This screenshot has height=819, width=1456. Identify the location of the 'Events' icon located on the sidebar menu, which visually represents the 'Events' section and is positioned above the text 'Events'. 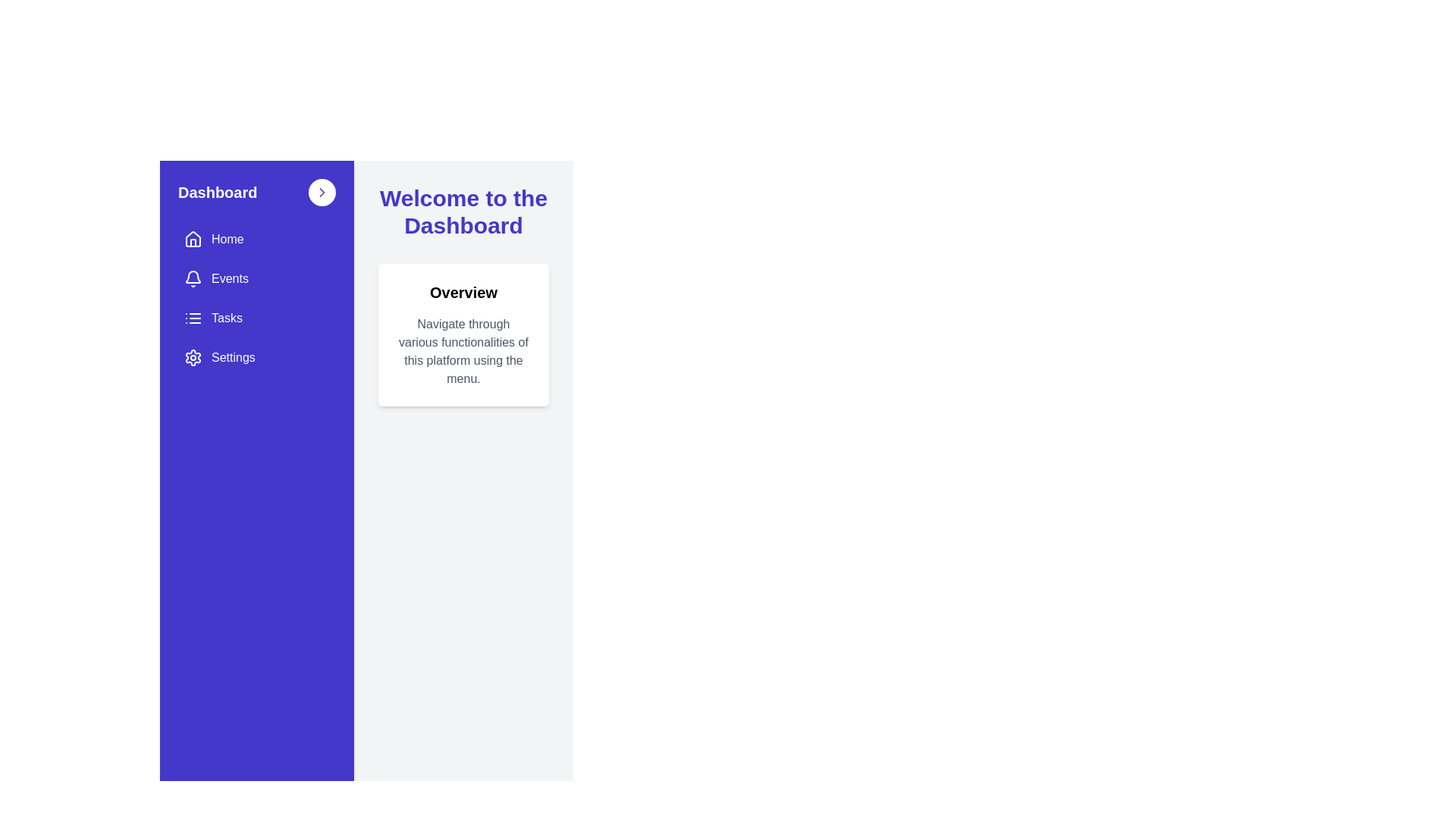
(192, 278).